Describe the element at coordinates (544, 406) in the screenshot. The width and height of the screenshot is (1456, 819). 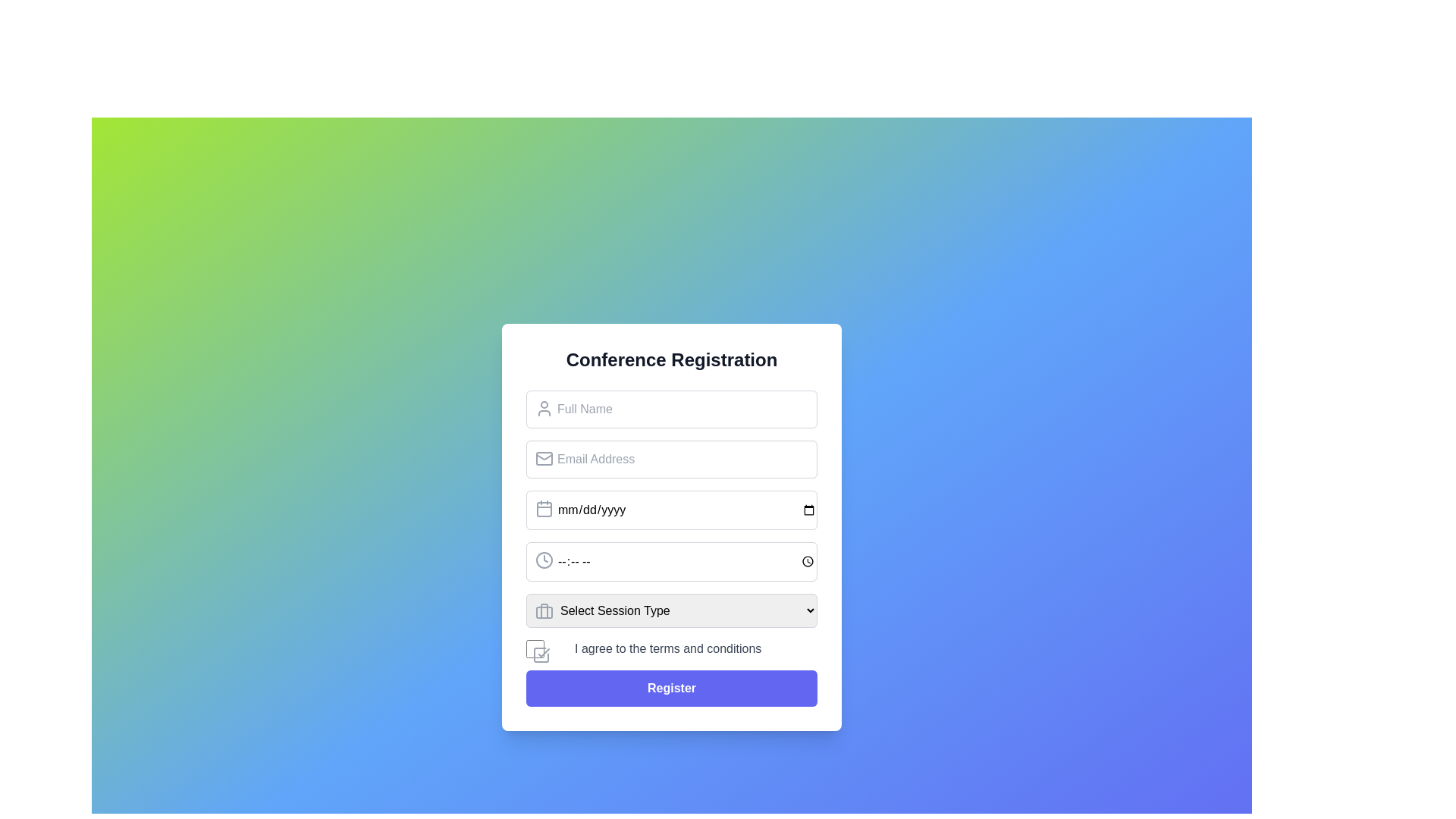
I see `the icon indicating the purpose of the 'Full Name' input field for potential interaction` at that location.